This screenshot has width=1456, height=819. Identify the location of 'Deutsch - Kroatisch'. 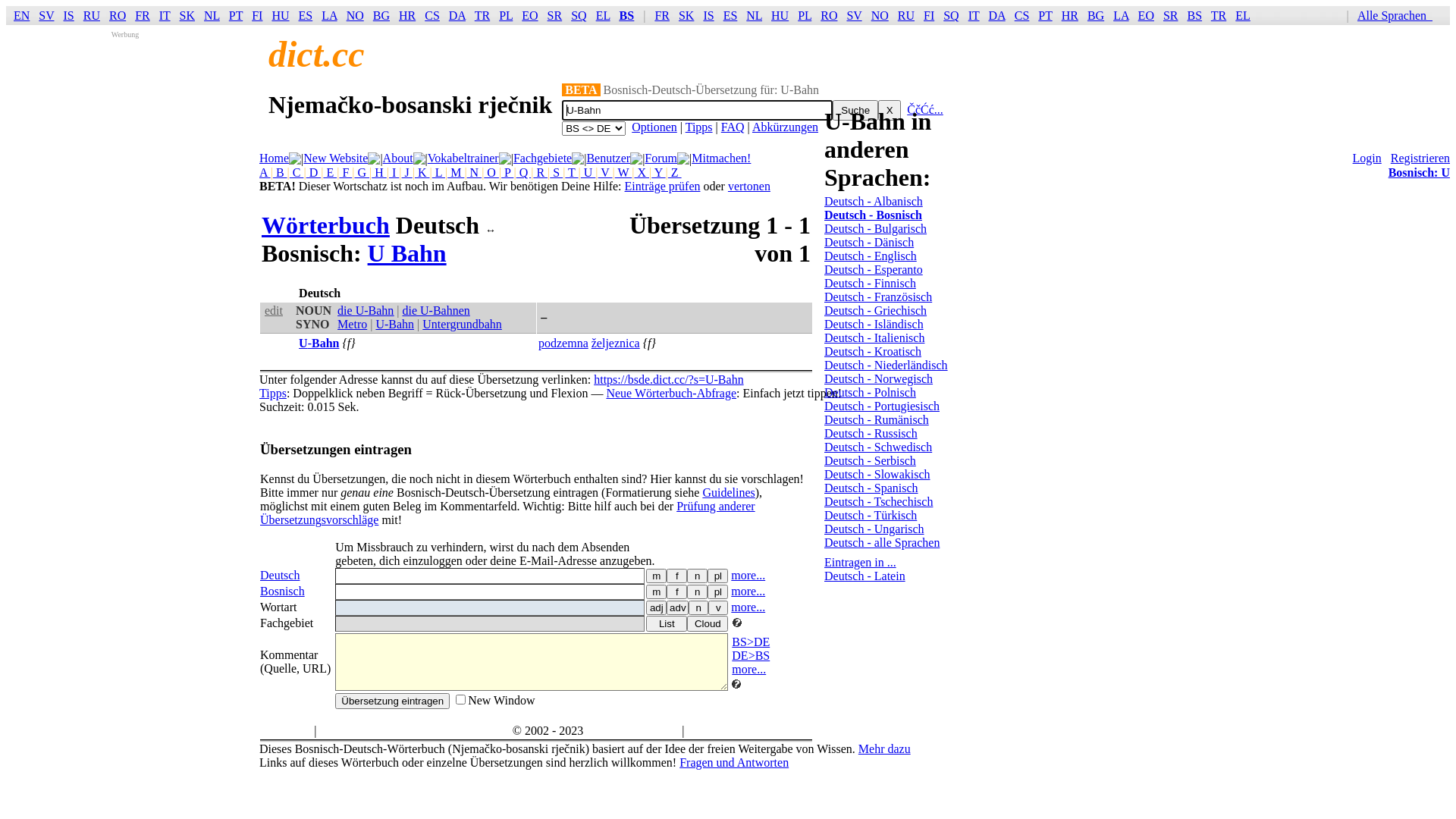
(873, 351).